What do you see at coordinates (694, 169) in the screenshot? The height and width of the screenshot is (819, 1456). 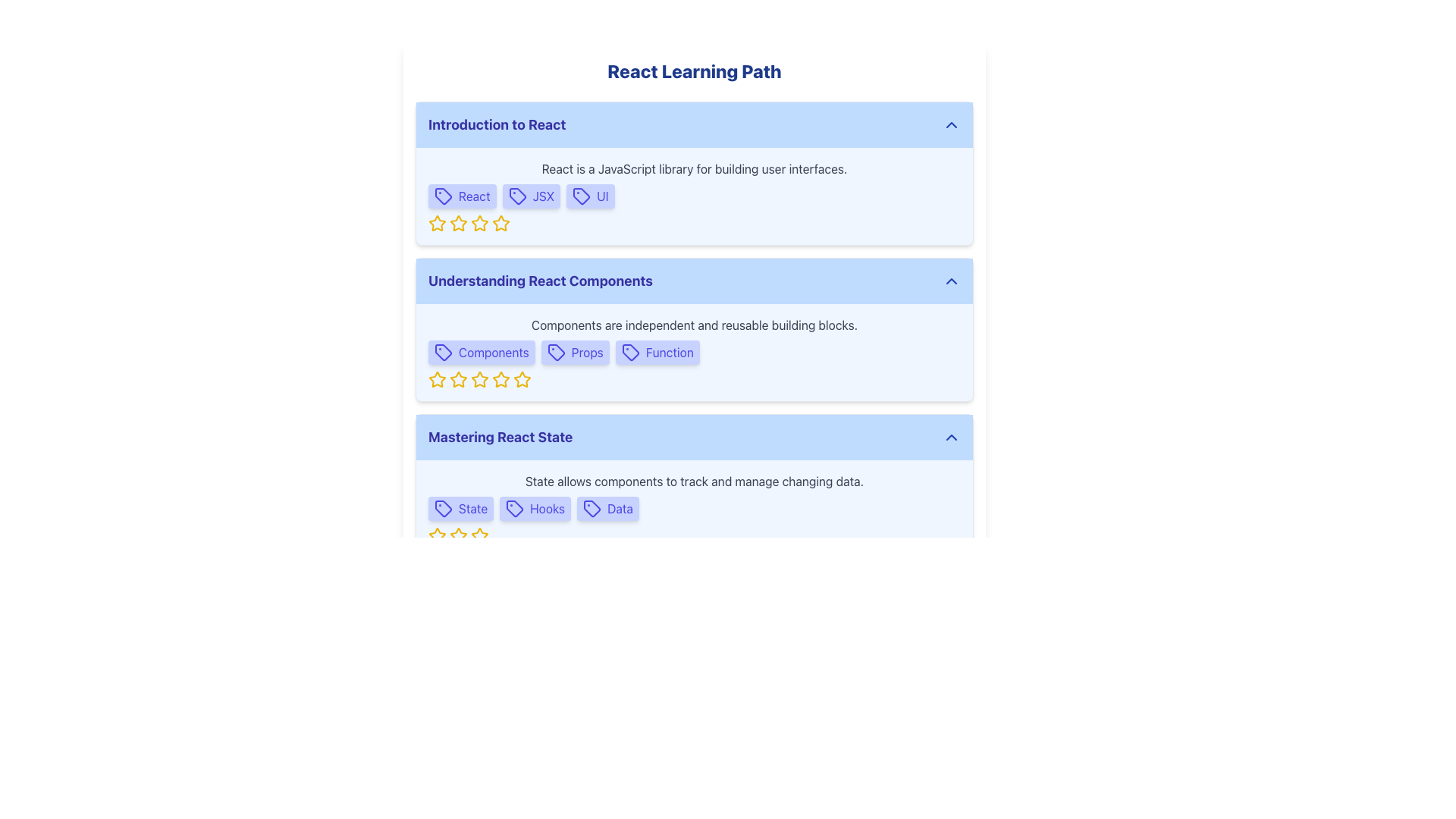 I see `the text block styled with a gray shade that reads 'React is a JavaScript library for building user interfaces,' located within the light blue section titled 'Introduction to React.'` at bounding box center [694, 169].